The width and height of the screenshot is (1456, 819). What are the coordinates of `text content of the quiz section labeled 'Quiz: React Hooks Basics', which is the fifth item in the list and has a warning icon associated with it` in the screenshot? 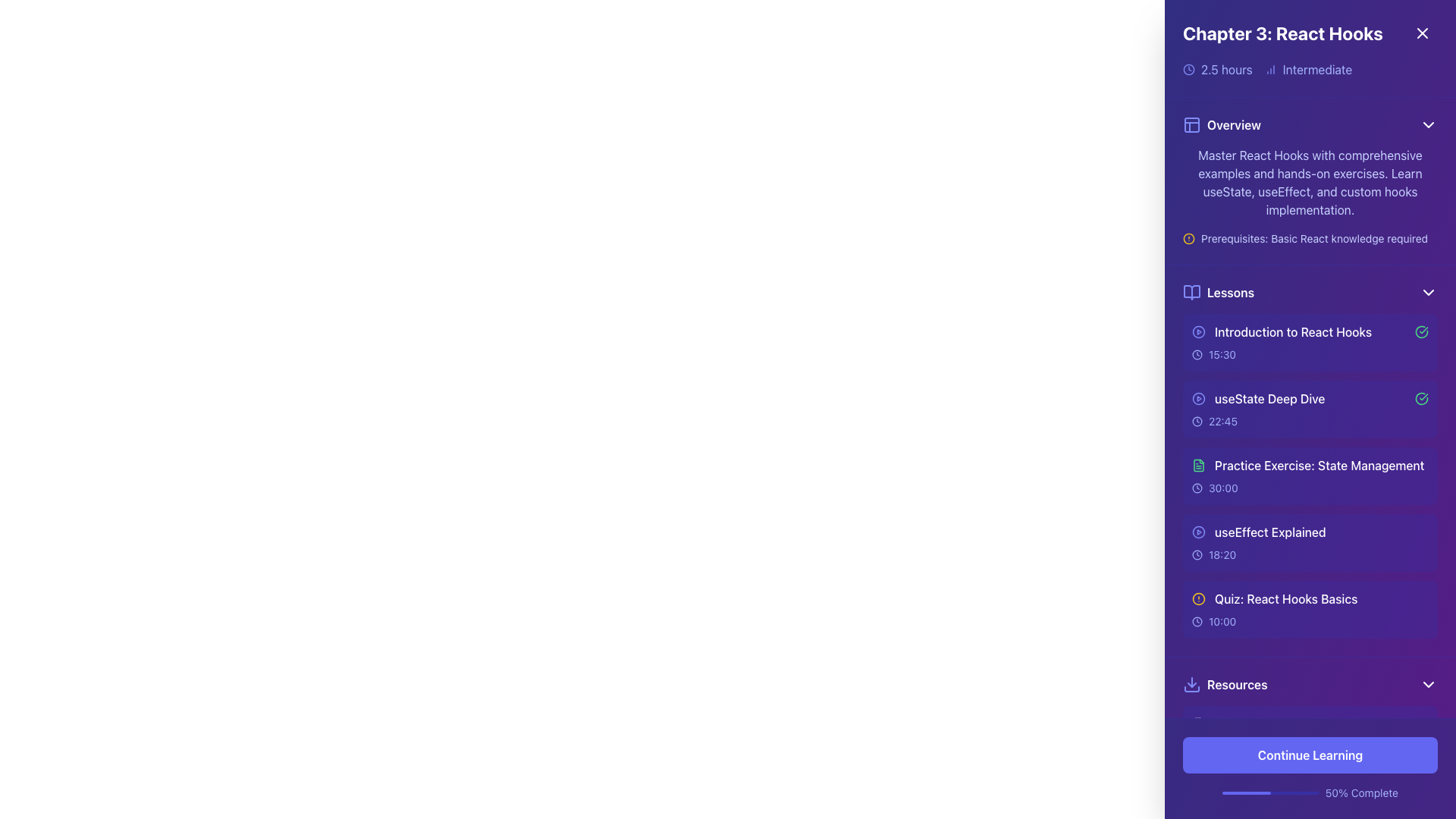 It's located at (1310, 598).